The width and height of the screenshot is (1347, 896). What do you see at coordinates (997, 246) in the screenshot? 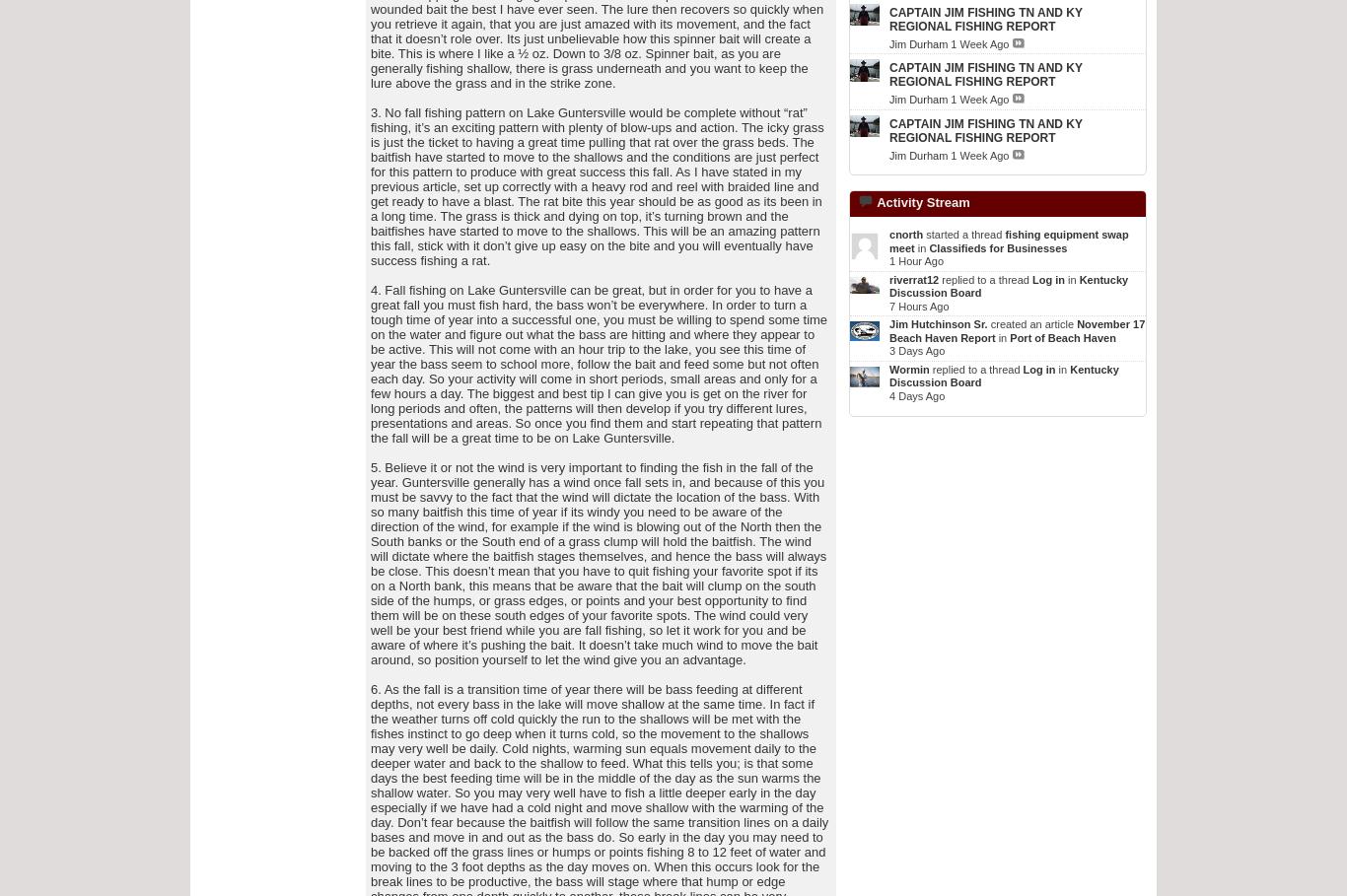
I see `'Classifieds for Businesses'` at bounding box center [997, 246].